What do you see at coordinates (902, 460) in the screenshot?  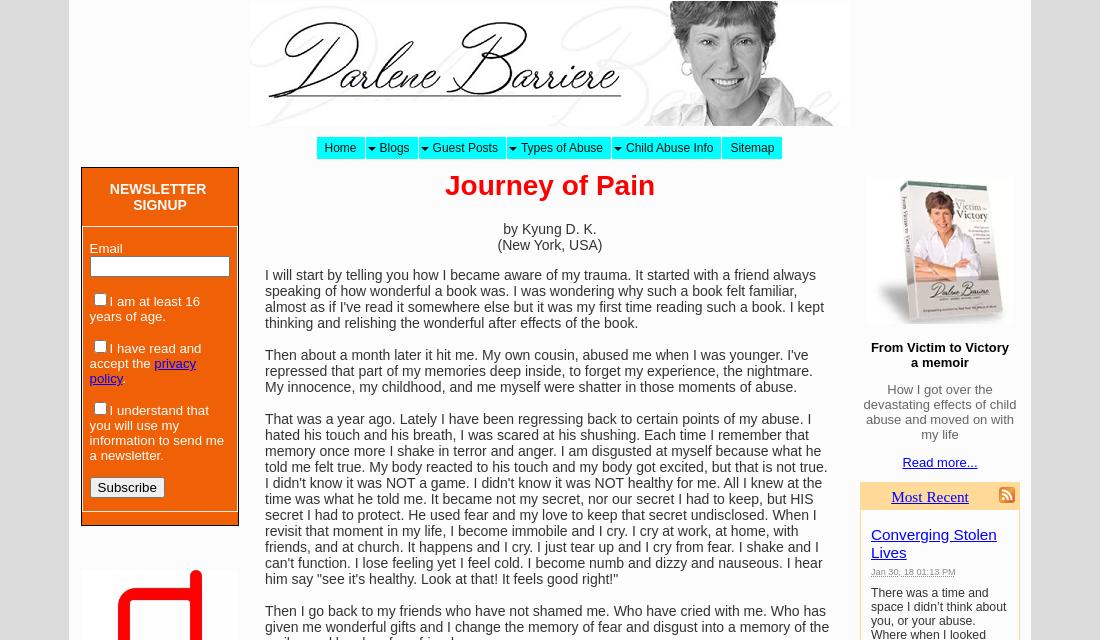 I see `'Read more...'` at bounding box center [902, 460].